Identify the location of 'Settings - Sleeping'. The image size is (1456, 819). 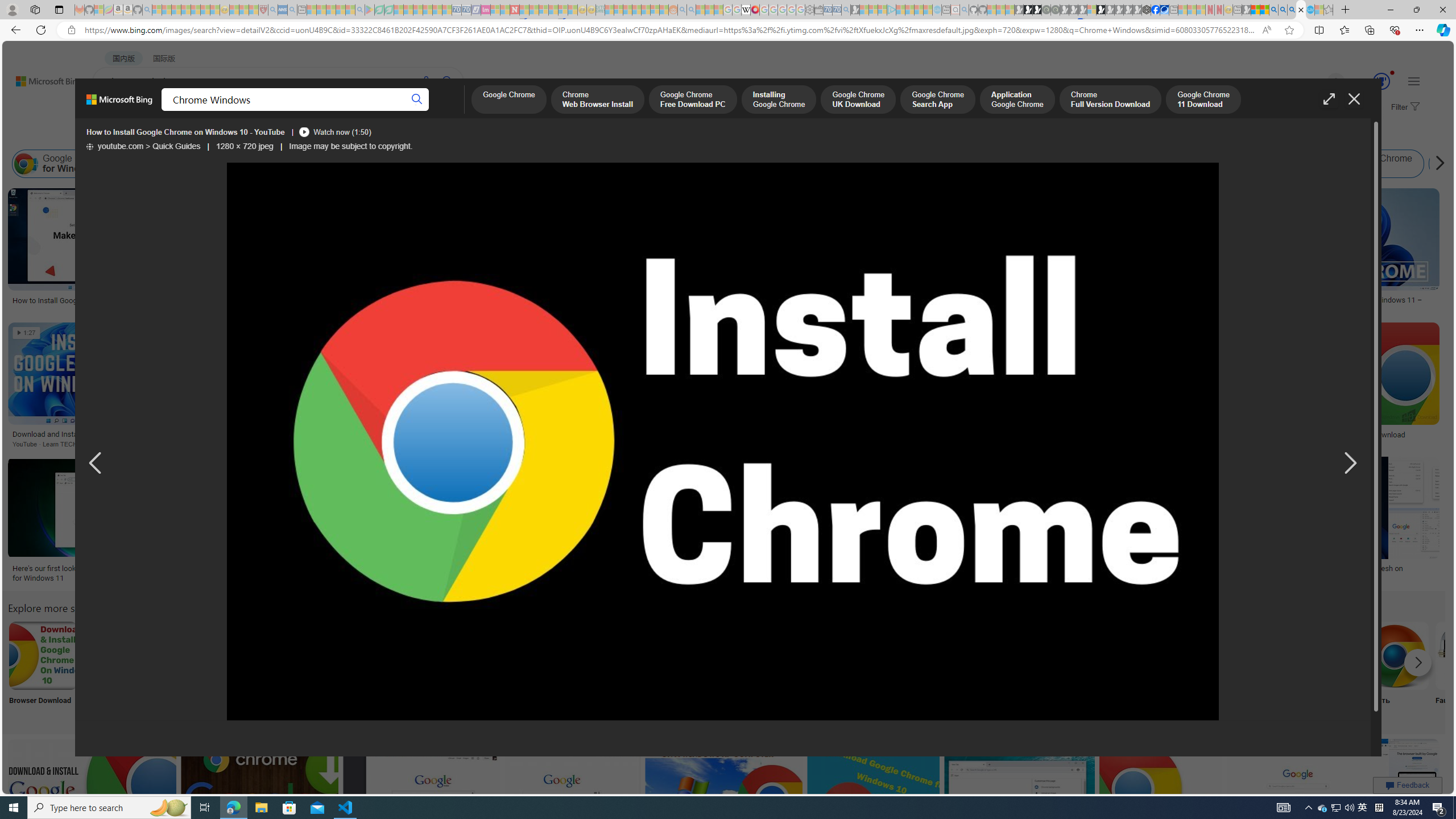
(809, 9).